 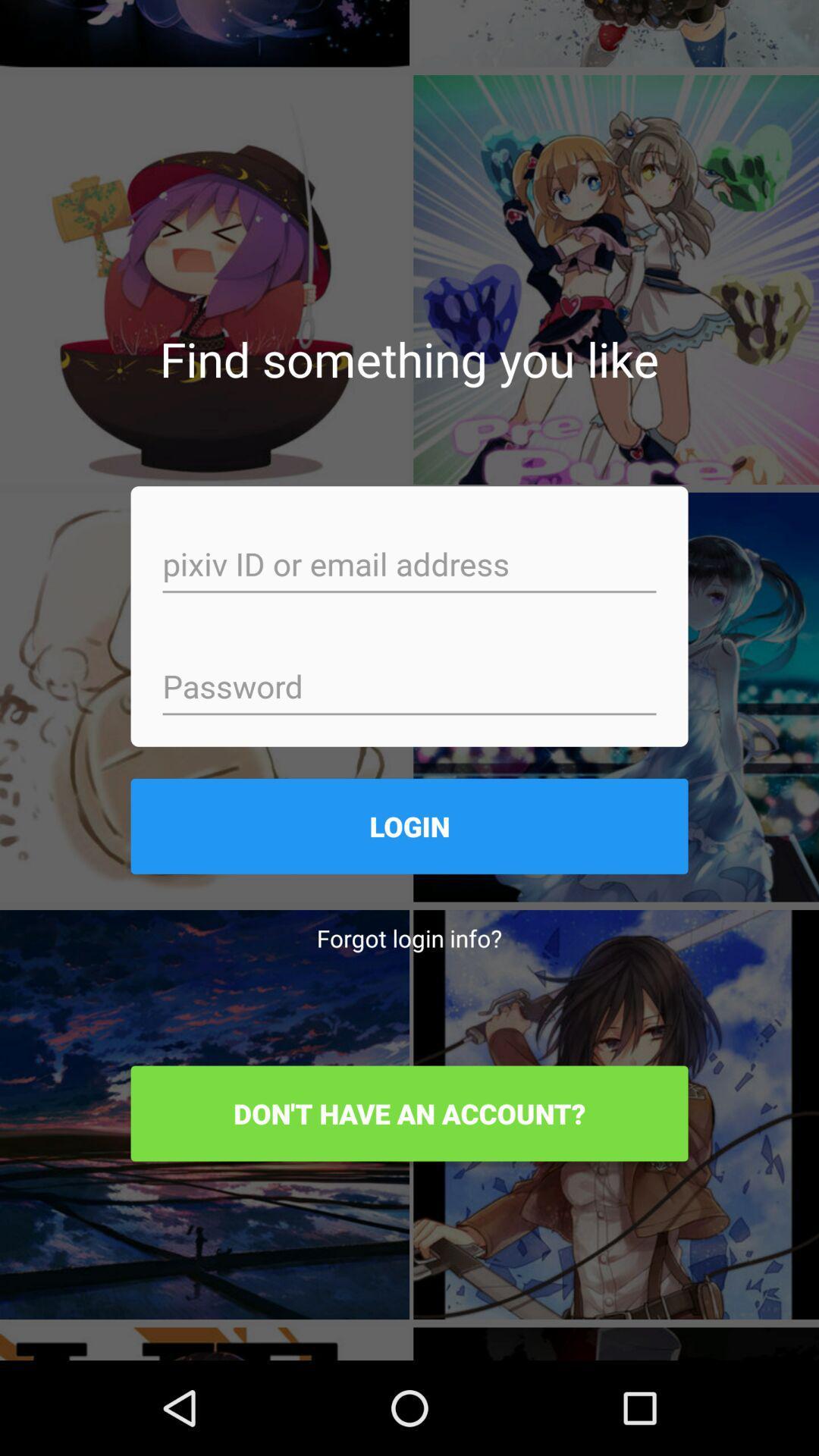 I want to click on the icon above don t have, so click(x=409, y=937).